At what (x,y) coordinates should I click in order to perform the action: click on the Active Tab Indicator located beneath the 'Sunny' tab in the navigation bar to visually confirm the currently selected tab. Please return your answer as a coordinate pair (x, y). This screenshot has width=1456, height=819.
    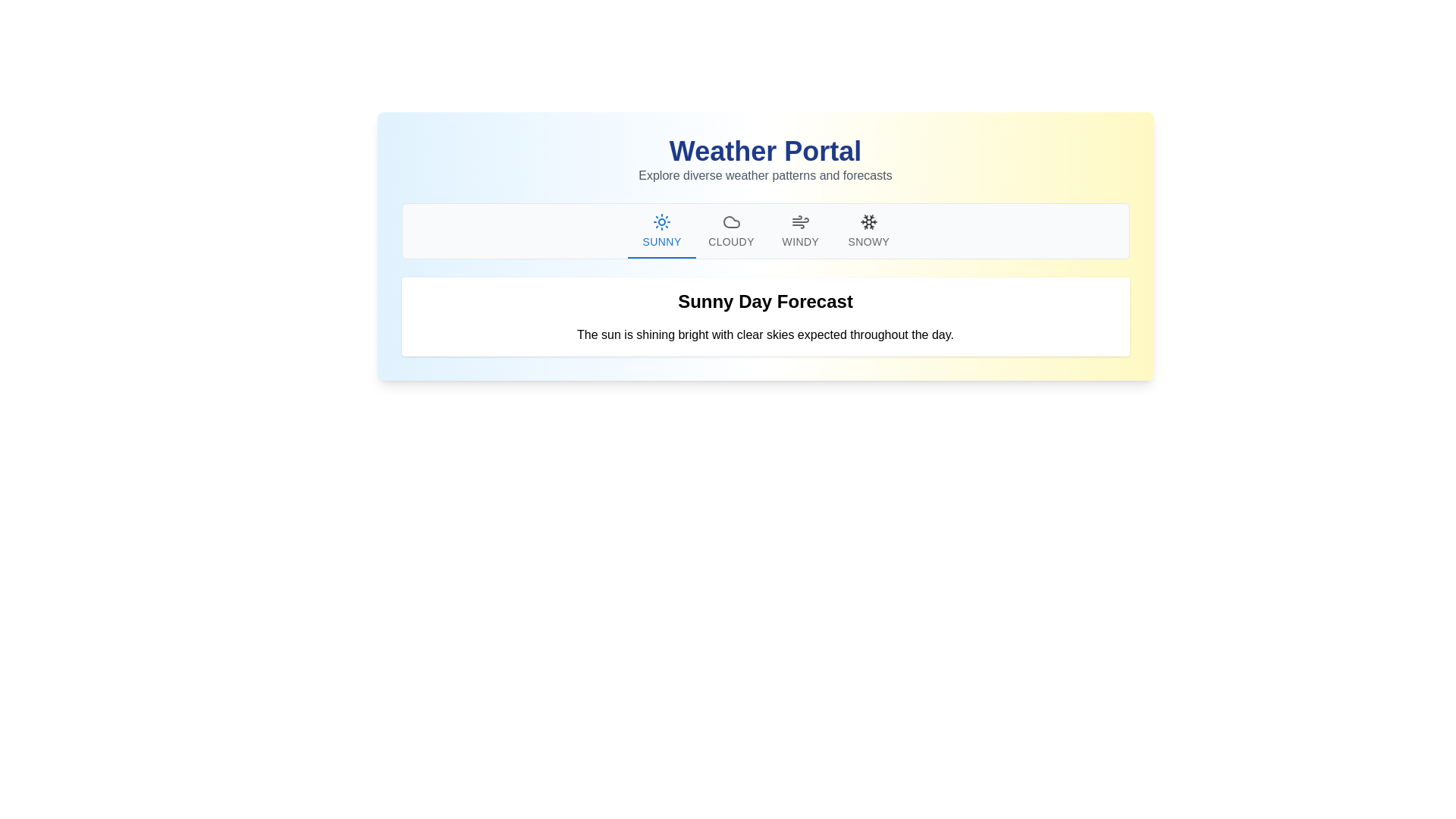
    Looking at the image, I should click on (662, 256).